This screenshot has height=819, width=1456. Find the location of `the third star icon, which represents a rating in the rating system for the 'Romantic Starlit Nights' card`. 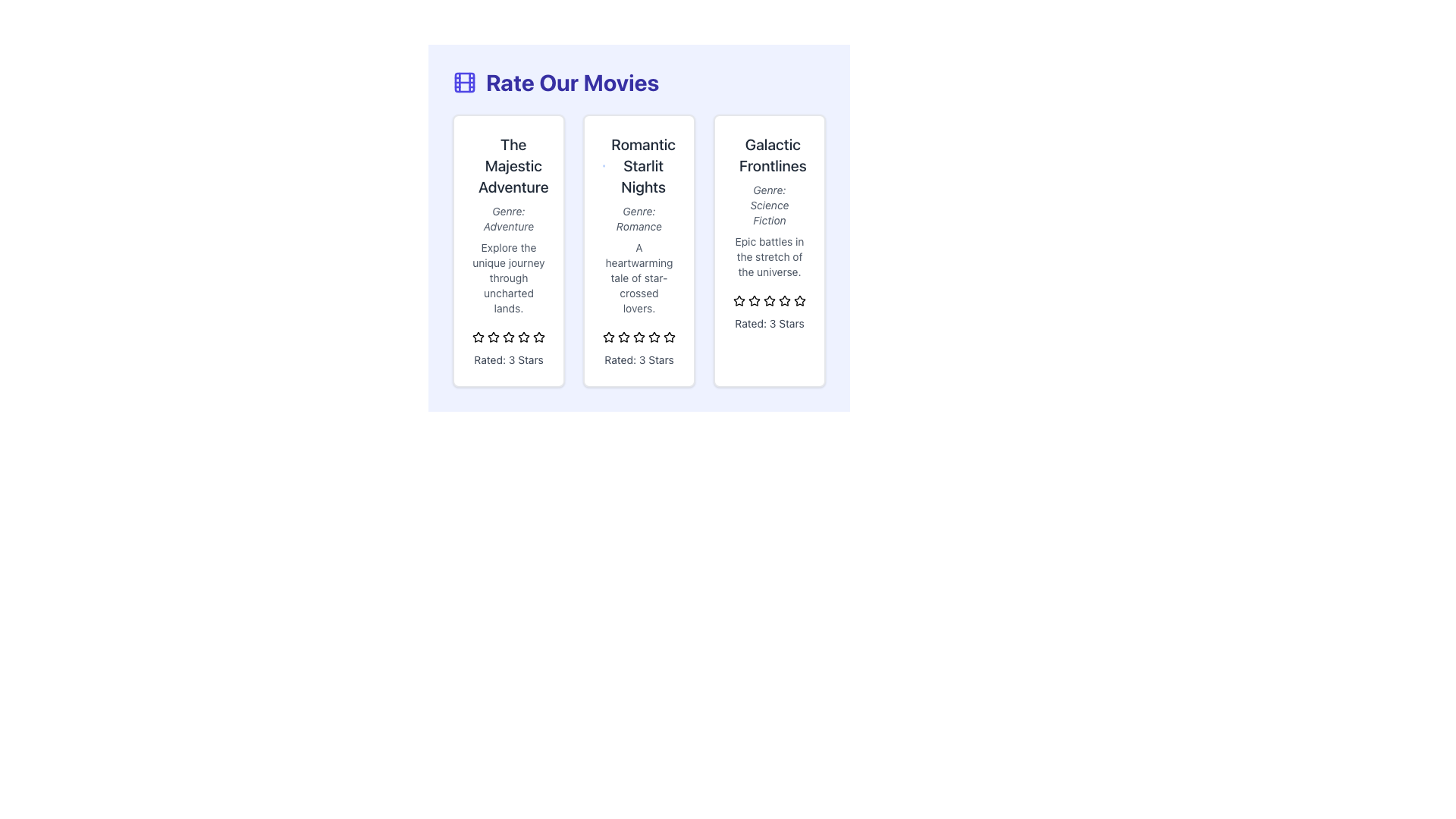

the third star icon, which represents a rating in the rating system for the 'Romantic Starlit Nights' card is located at coordinates (639, 336).